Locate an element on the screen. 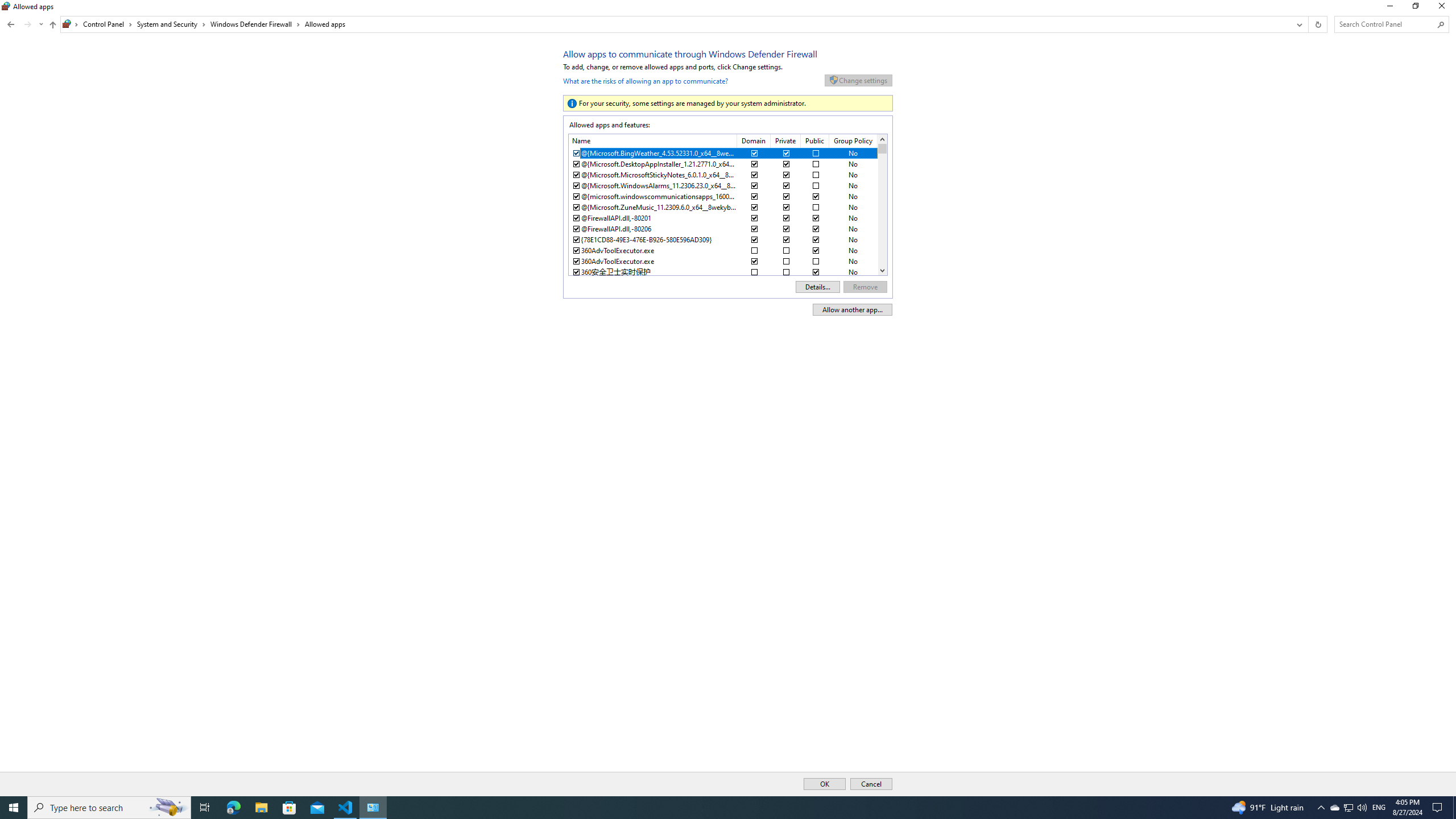 The width and height of the screenshot is (1456, 819). 'Search highlights icon opens search home window' is located at coordinates (167, 806).